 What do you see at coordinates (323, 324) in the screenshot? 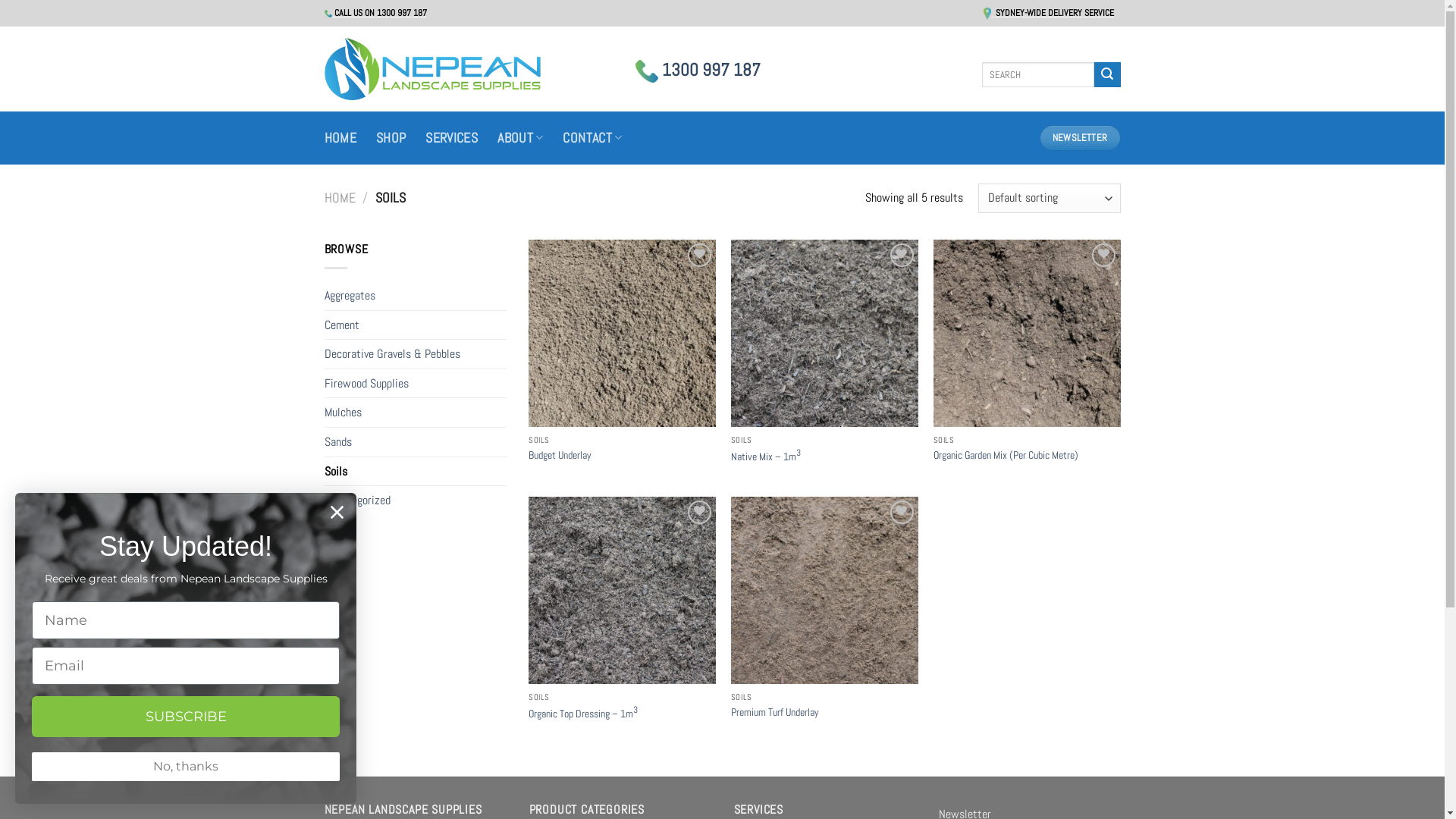
I see `'Cement'` at bounding box center [323, 324].